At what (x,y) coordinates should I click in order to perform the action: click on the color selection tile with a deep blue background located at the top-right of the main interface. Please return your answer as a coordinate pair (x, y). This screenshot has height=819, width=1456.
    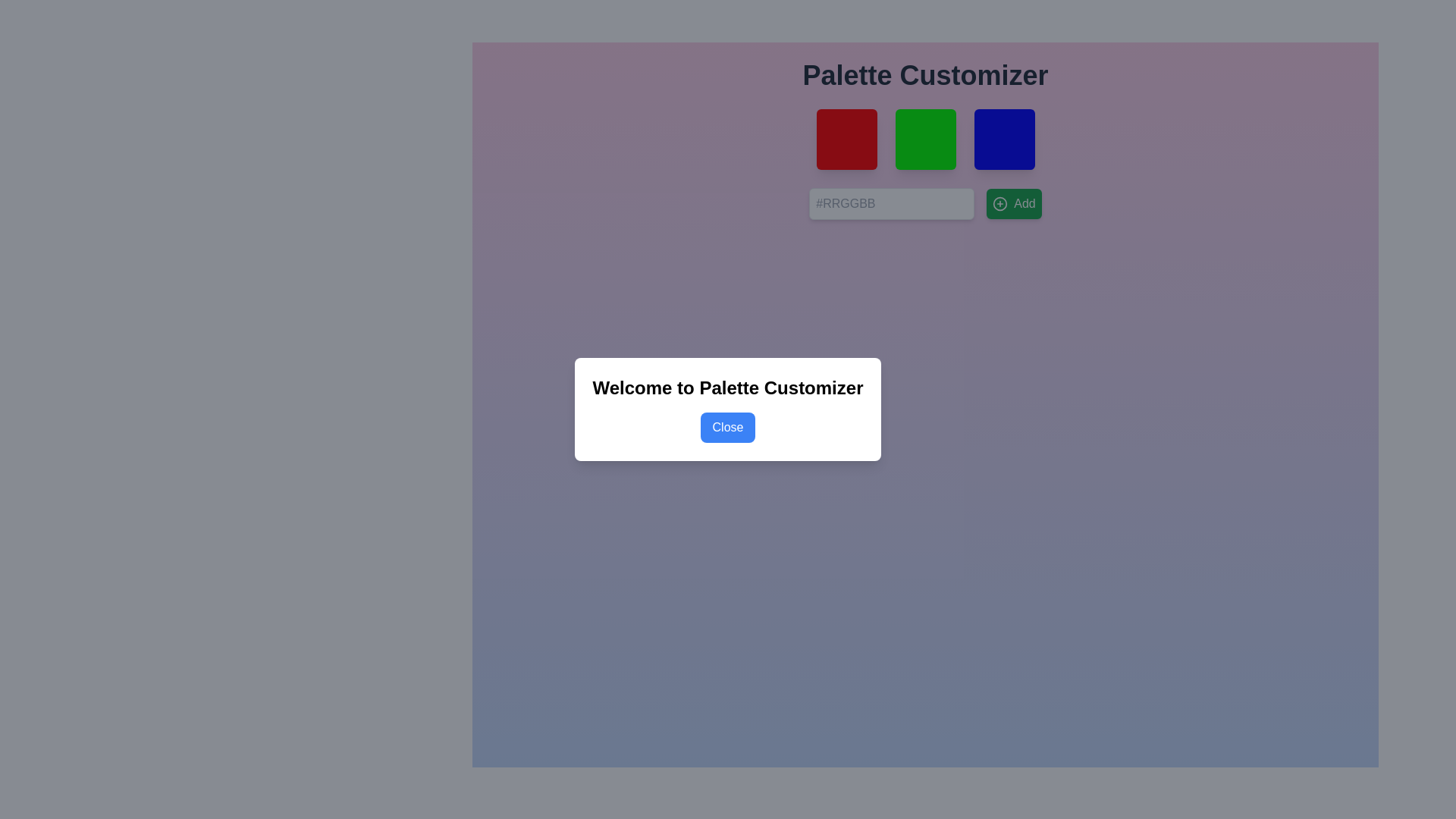
    Looking at the image, I should click on (1004, 140).